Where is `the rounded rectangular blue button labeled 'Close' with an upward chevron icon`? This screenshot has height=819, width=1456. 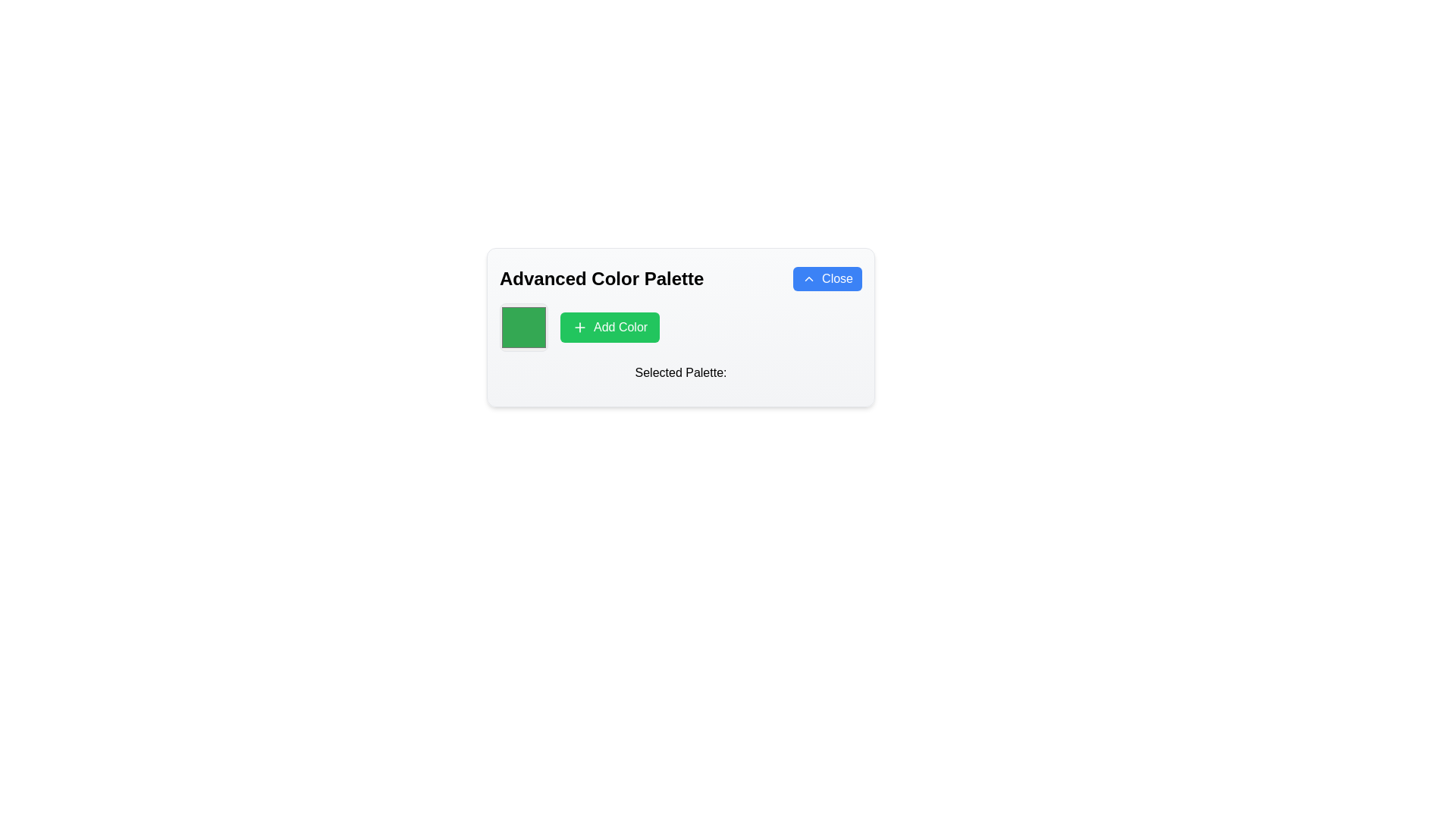
the rounded rectangular blue button labeled 'Close' with an upward chevron icon is located at coordinates (827, 278).